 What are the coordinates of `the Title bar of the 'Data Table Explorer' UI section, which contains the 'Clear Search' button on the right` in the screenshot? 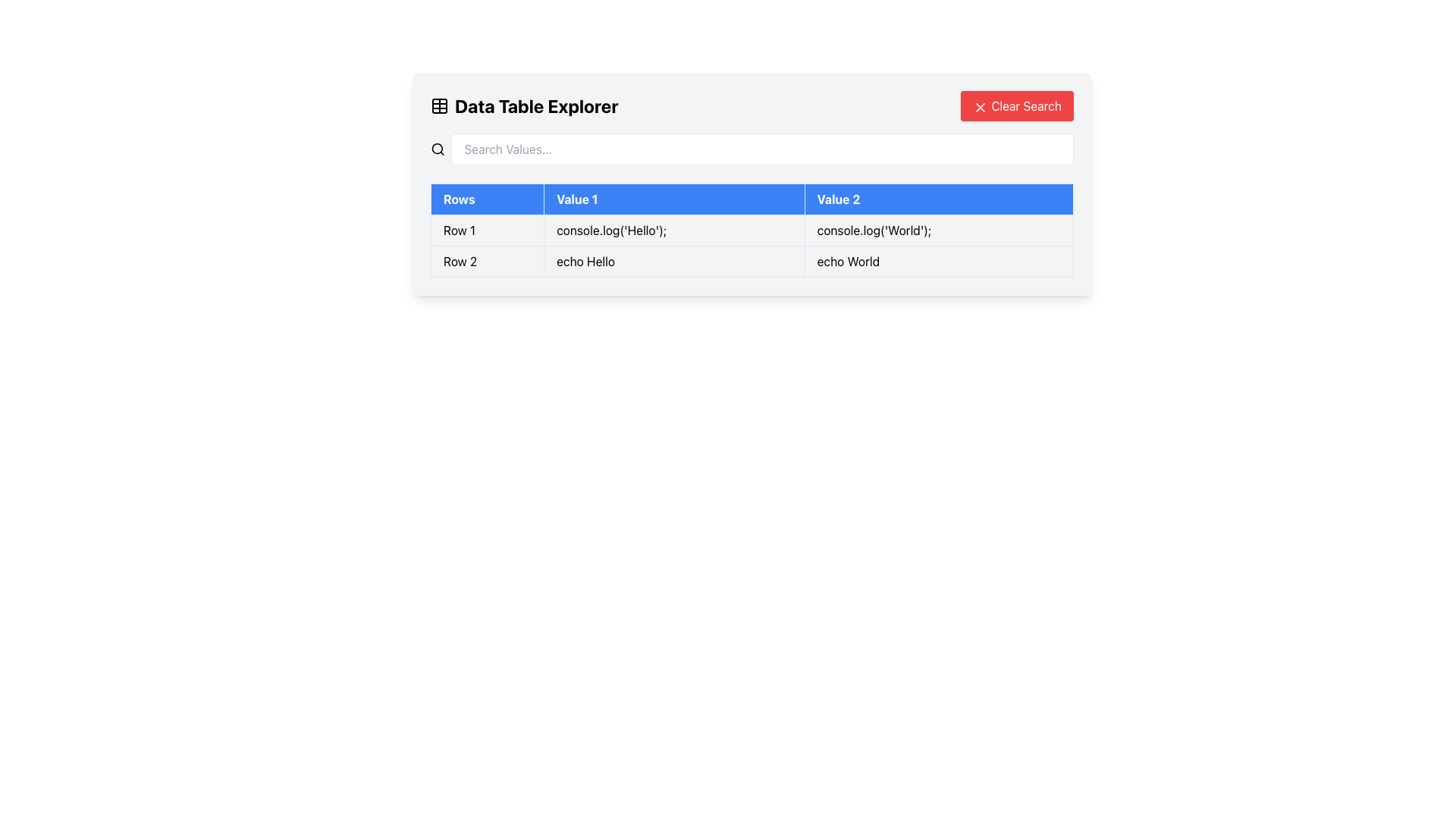 It's located at (752, 105).